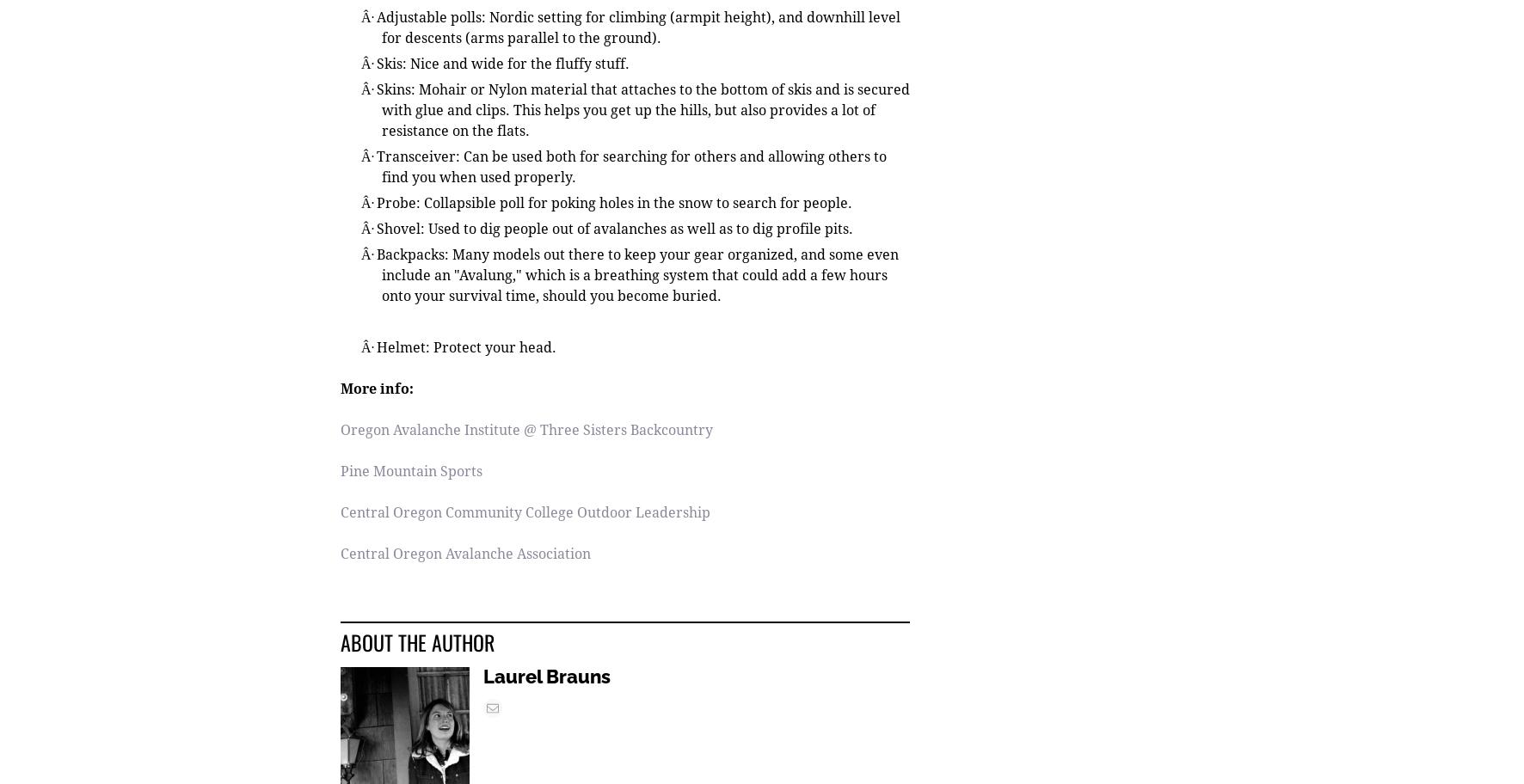  Describe the element at coordinates (375, 110) in the screenshot. I see `'Skins: Mohair or Nylon material that attaches to the bottom of skis and is secured with glue and clips. This helps you get up the hills, but also provides a lot of resistance on the flats.'` at that location.